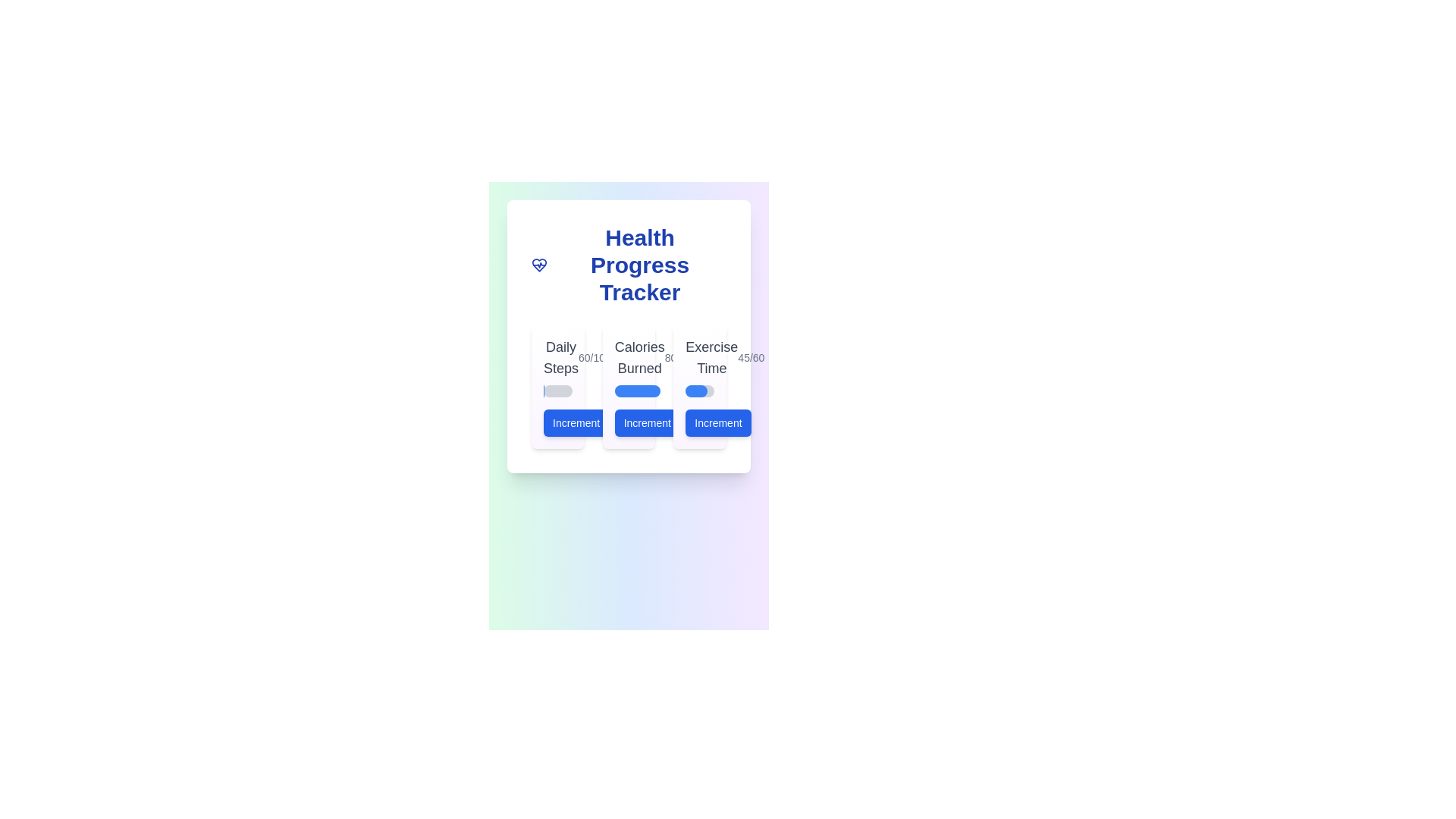 The image size is (1456, 819). I want to click on the progress indicator segment of the 'Calories Burned' metric, which is located in the second segment of the progress bar grid, so click(637, 391).